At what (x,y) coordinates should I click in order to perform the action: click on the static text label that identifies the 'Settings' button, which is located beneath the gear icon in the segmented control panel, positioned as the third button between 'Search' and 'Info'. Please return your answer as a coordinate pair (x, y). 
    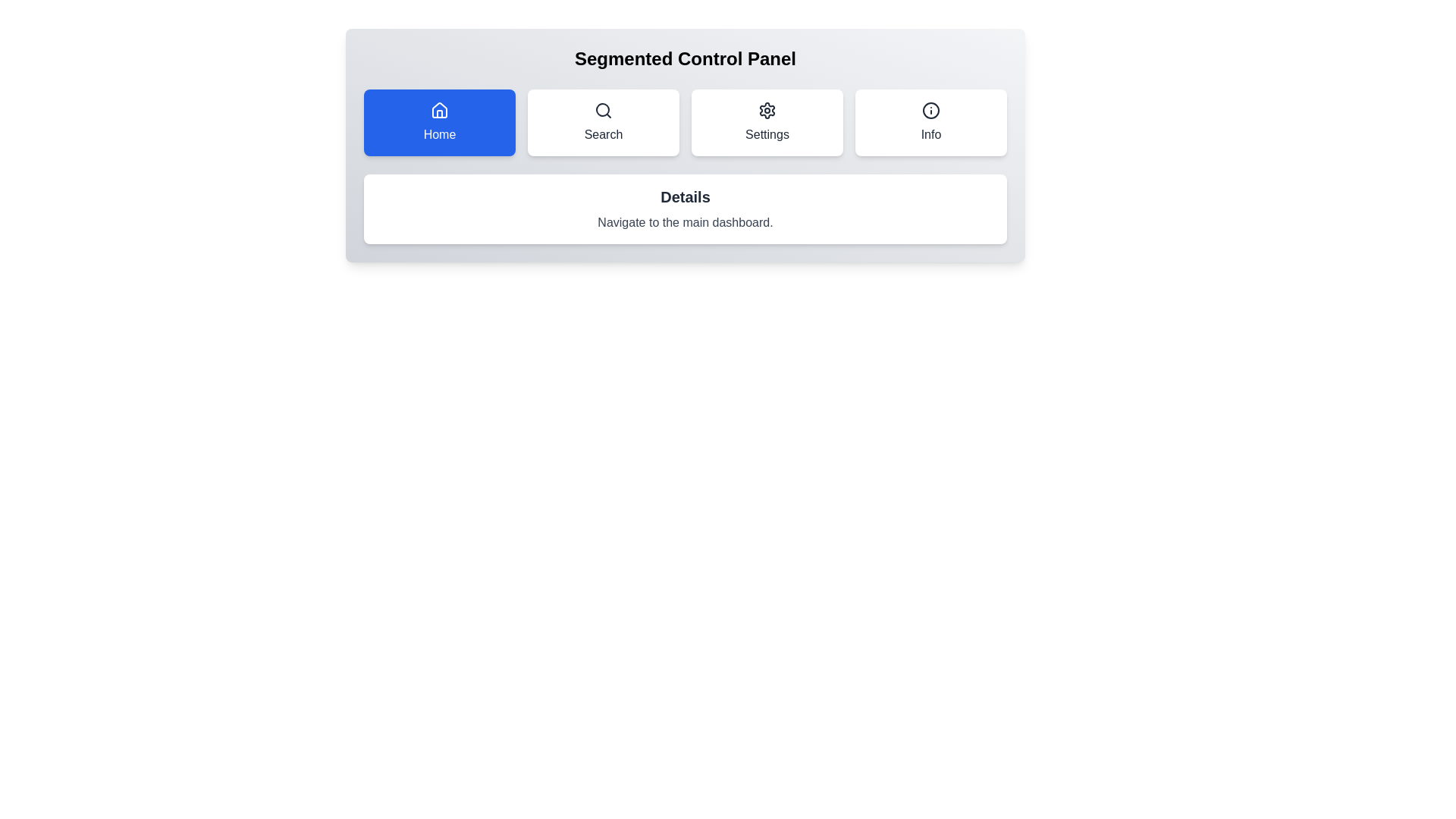
    Looking at the image, I should click on (767, 133).